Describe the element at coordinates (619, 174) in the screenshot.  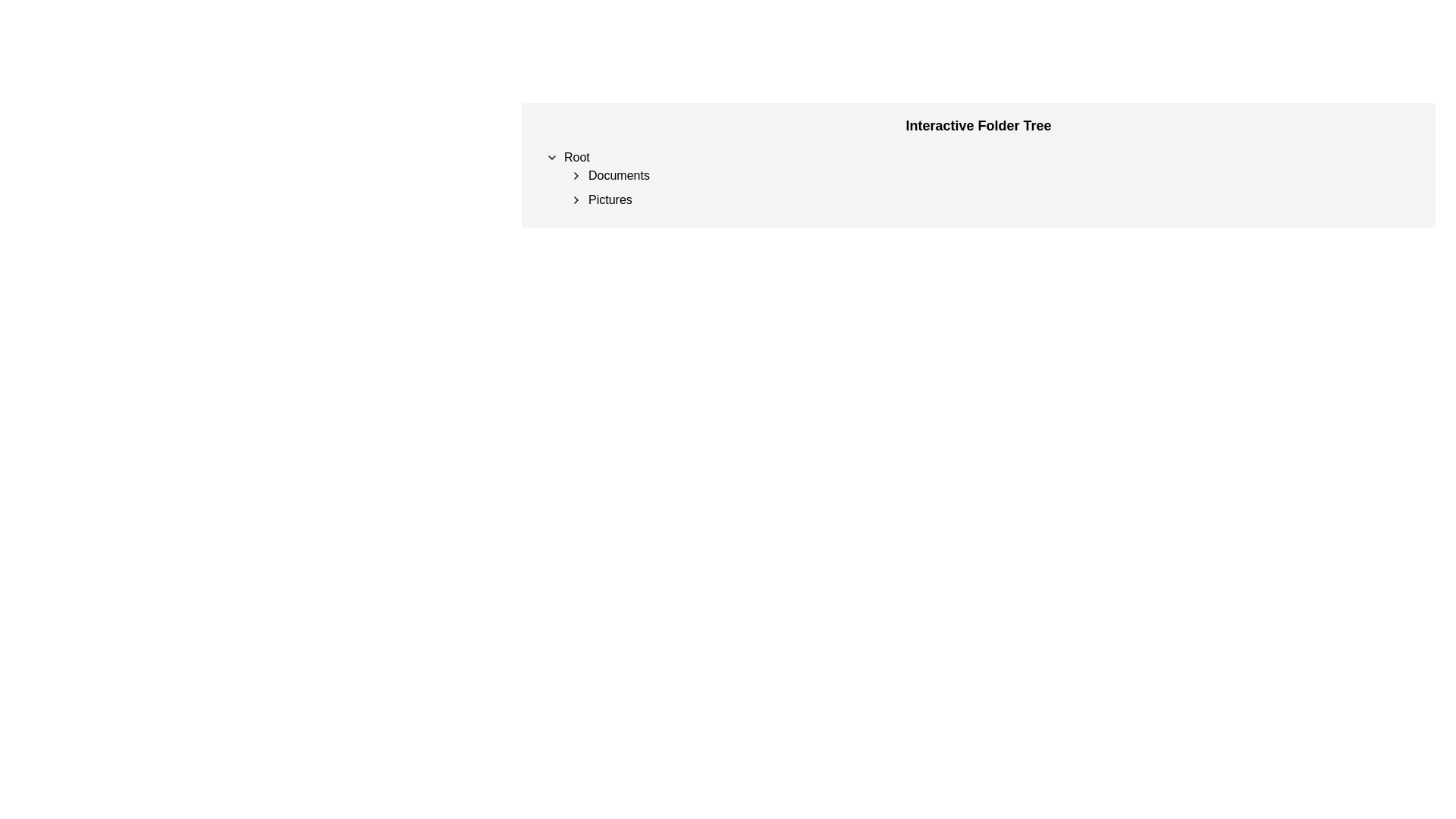
I see `text label 'Documents' which is the second item under the 'Root' label in the folder tree layout` at that location.